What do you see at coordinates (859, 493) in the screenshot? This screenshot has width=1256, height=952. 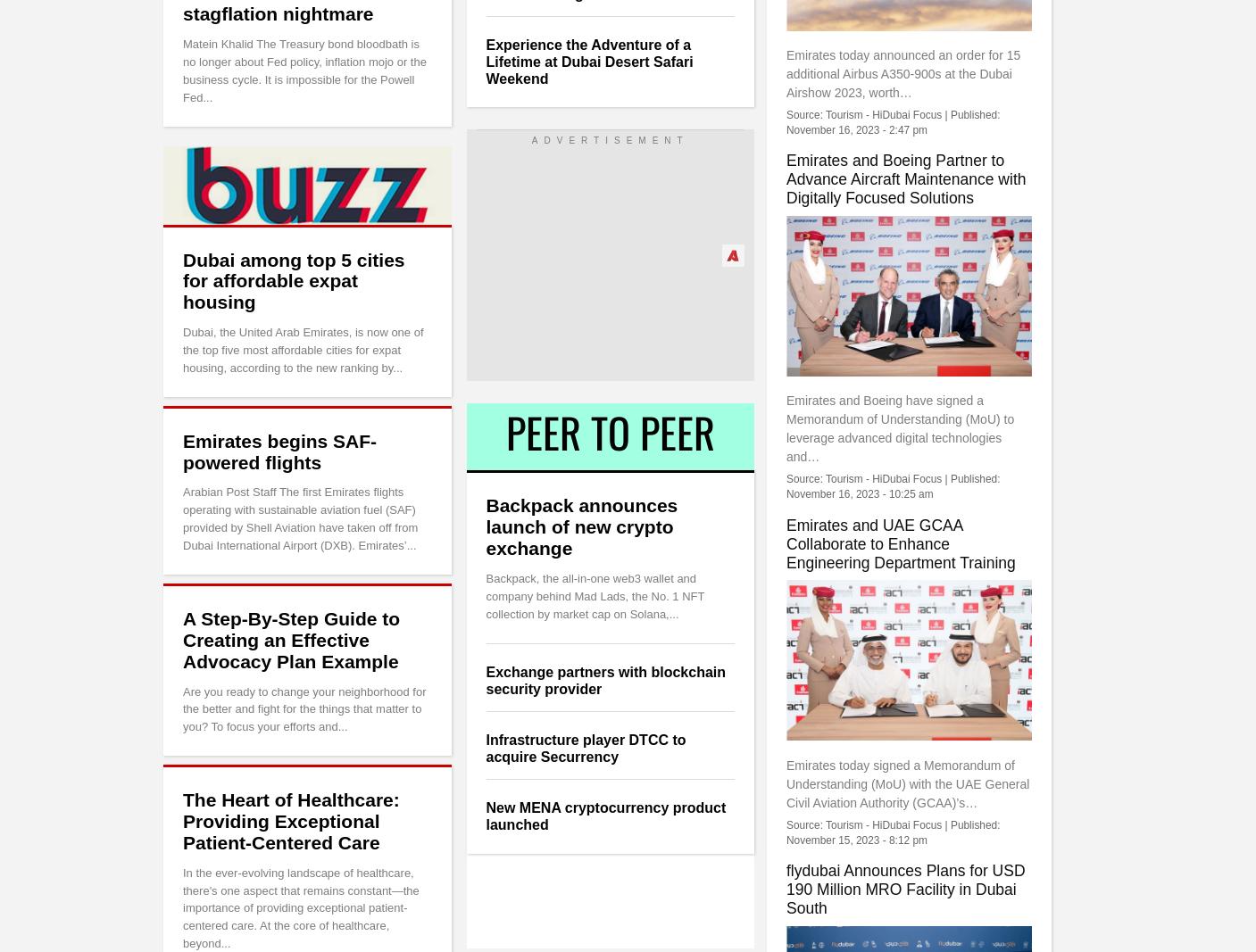 I see `'November 16, 2023 - 10:25 am'` at bounding box center [859, 493].